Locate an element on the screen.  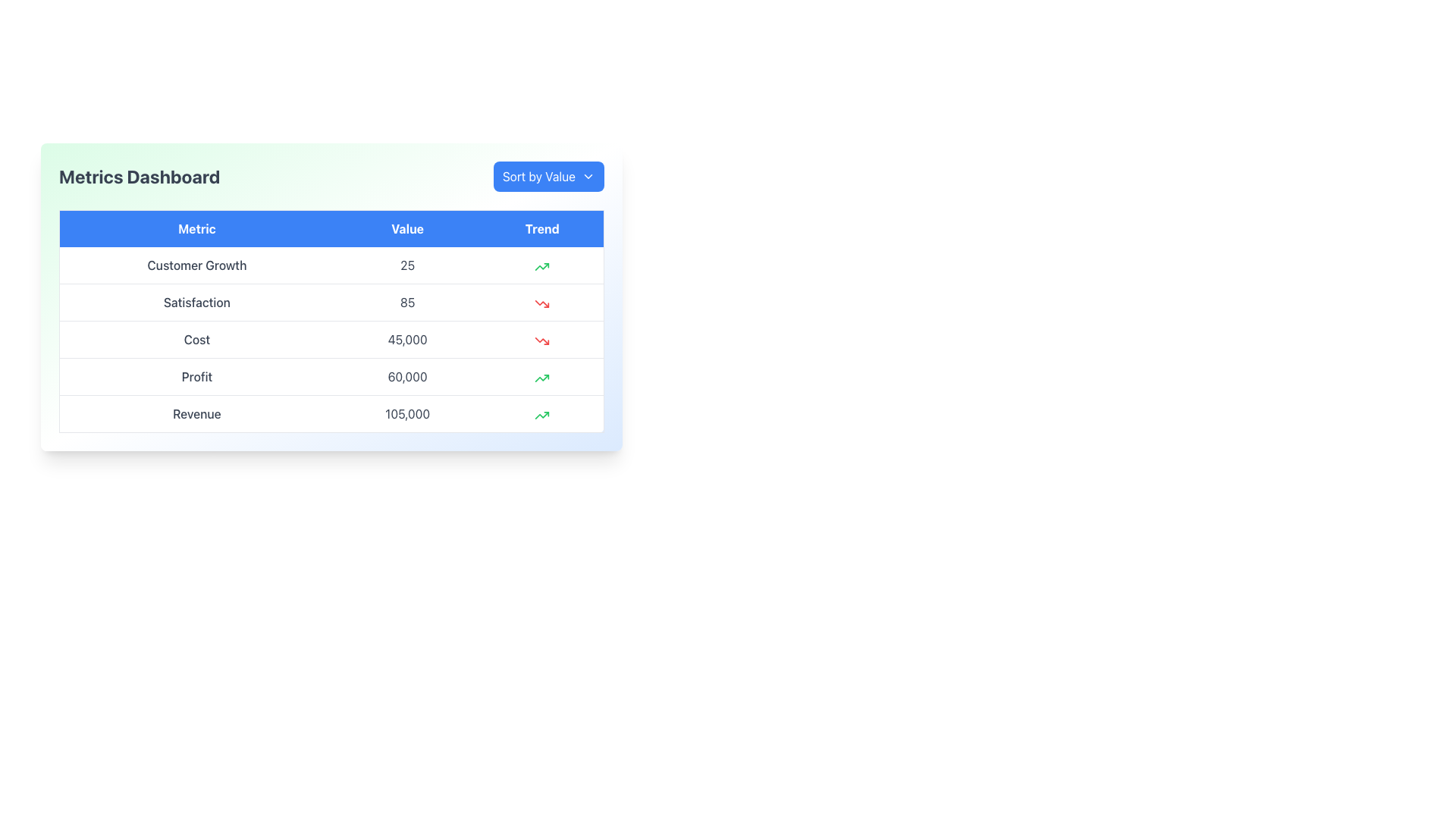
the 'Trend' label in the header row of the metrics dashboard table, which is the third item following 'Metric' and 'Value' is located at coordinates (542, 228).